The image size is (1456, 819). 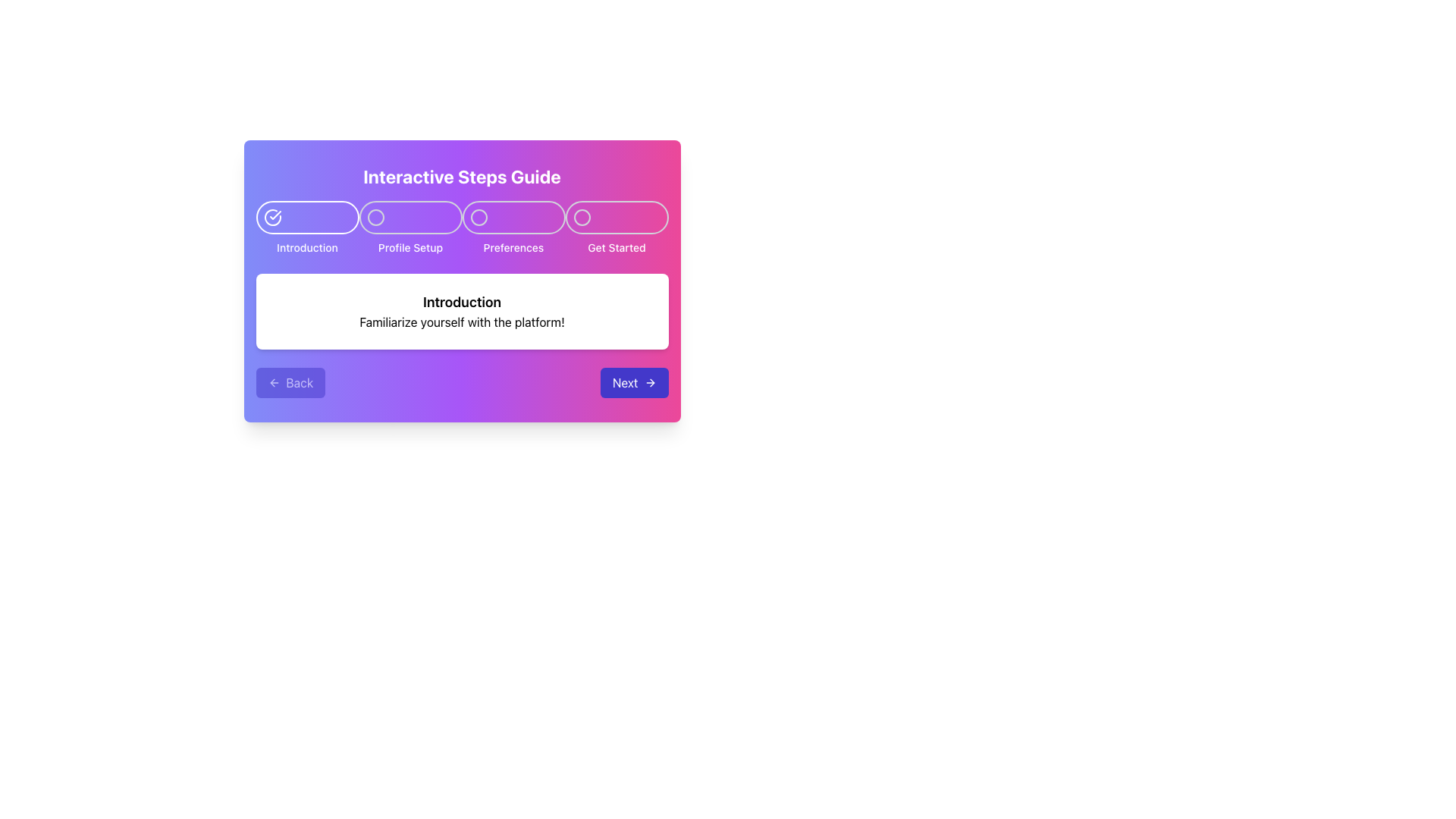 What do you see at coordinates (274, 382) in the screenshot?
I see `the arrow icon that indicates the 'Back' button for navigating to a previous page, located at the bottom left of the popover interface` at bounding box center [274, 382].